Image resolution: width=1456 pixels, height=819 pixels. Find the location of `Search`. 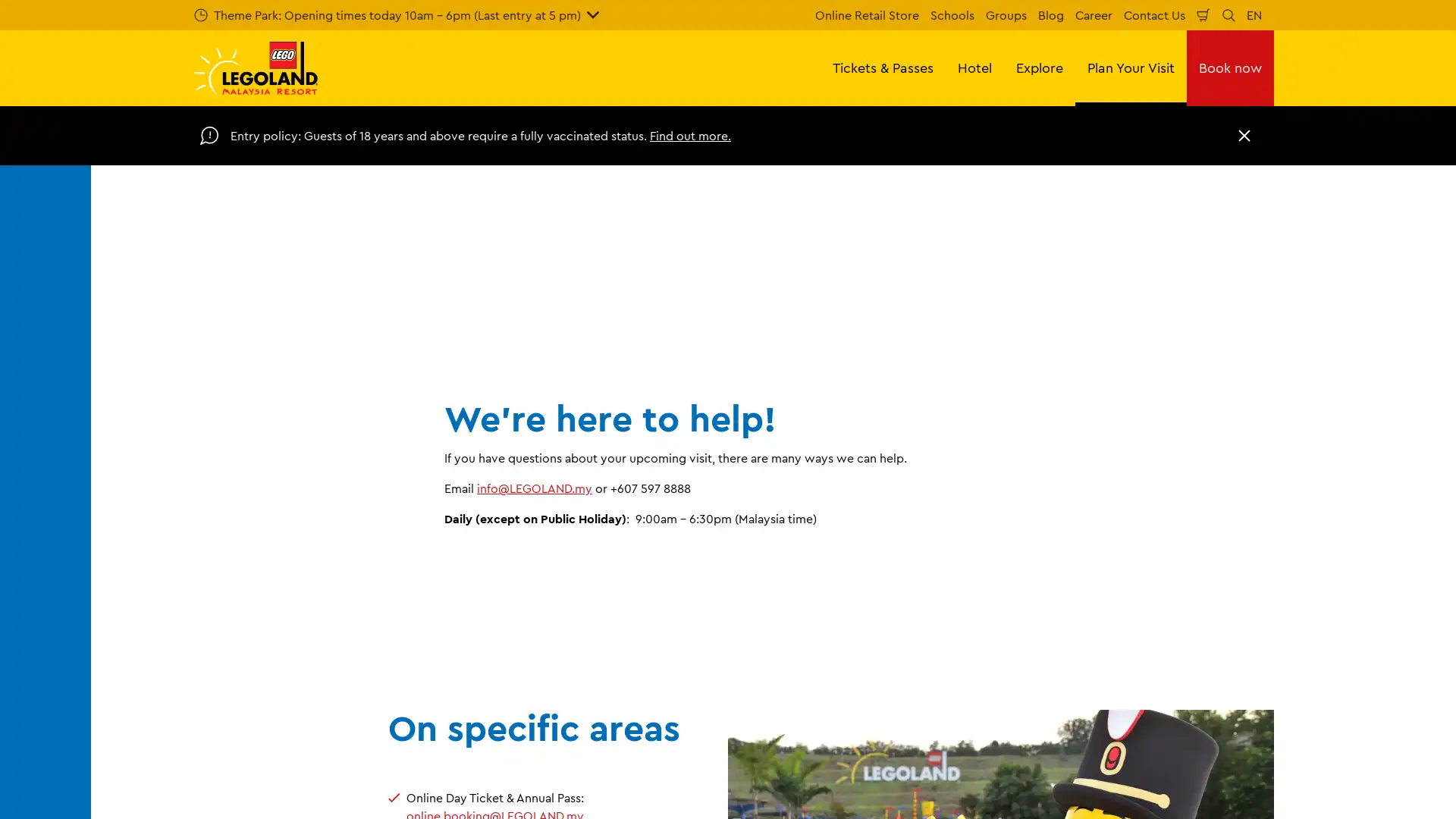

Search is located at coordinates (1228, 14).